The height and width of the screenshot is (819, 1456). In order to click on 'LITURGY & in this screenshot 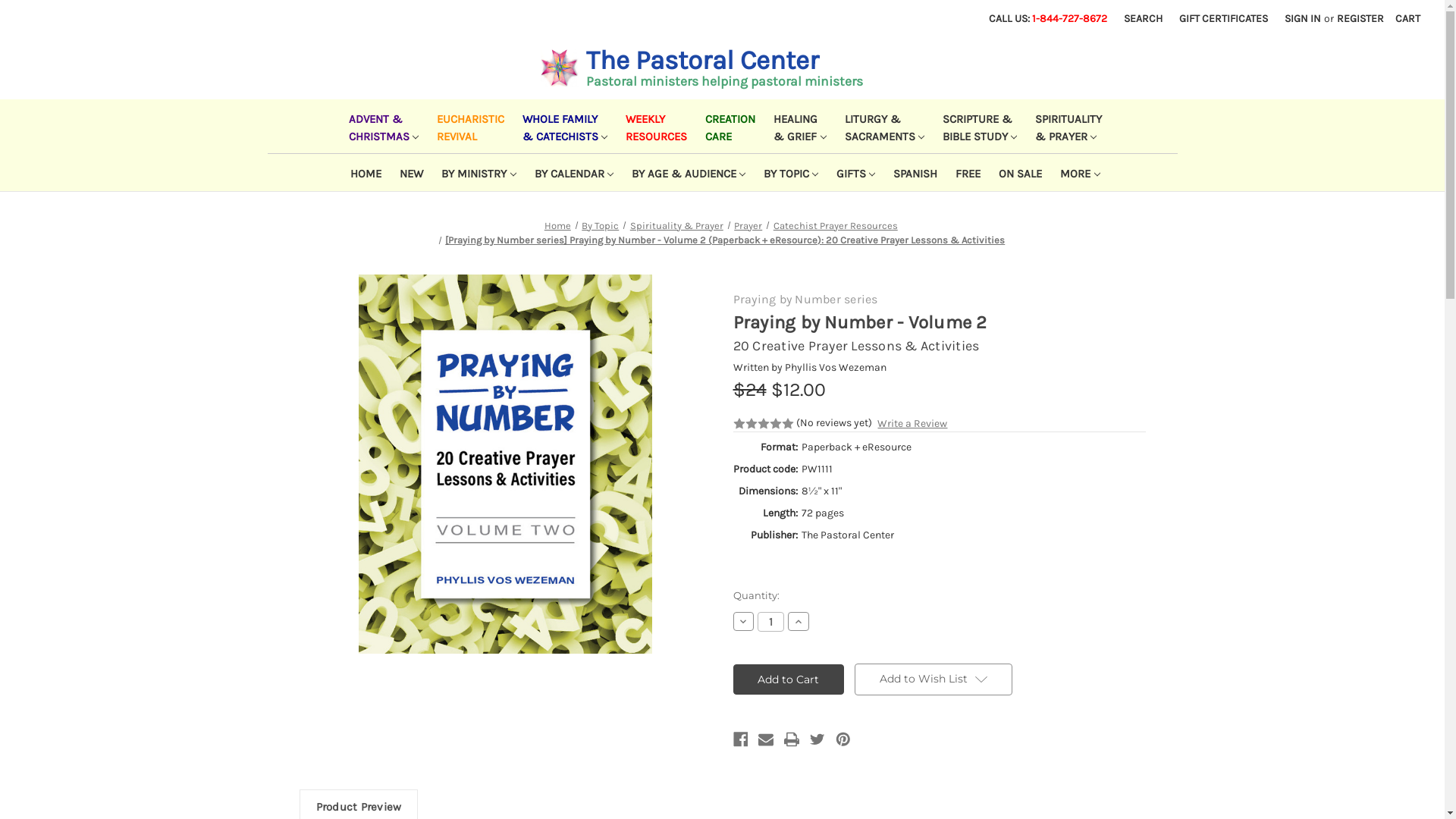, I will do `click(881, 125)`.